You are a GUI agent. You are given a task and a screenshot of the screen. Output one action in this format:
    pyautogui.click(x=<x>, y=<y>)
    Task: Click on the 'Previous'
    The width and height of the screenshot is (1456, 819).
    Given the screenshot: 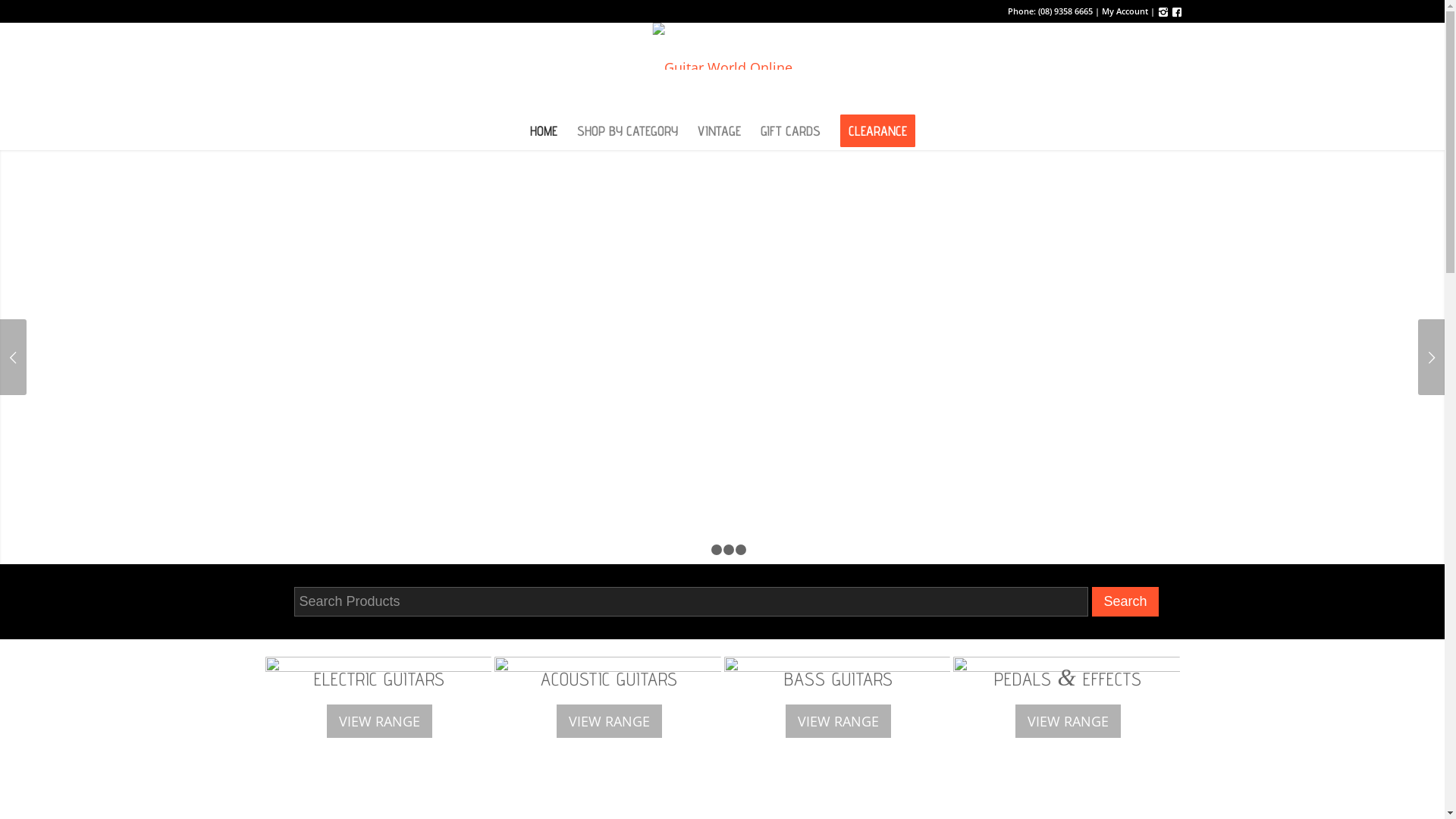 What is the action you would take?
    pyautogui.click(x=0, y=356)
    